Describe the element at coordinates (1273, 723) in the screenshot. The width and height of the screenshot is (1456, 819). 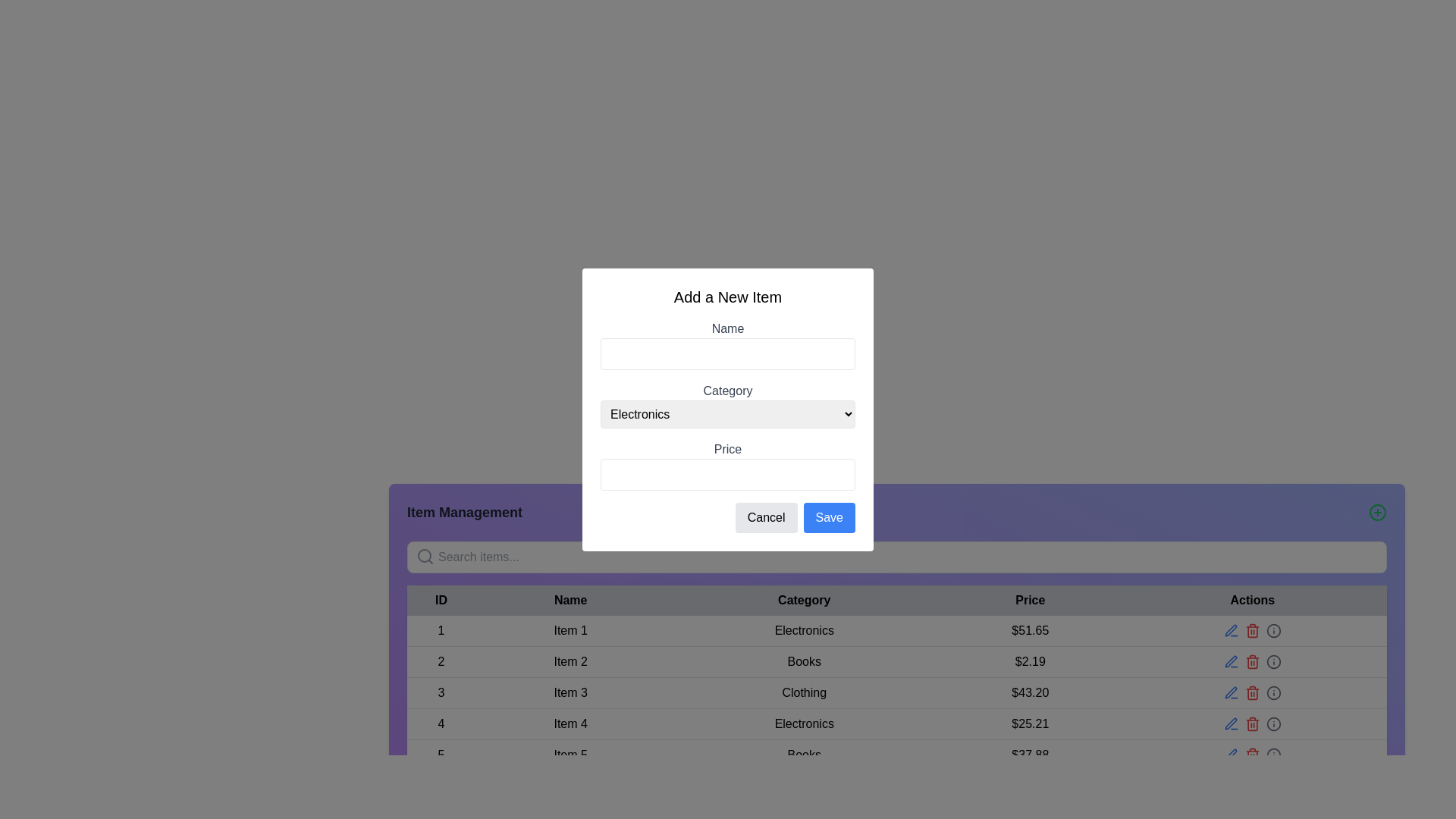
I see `the circular UI indicator located in the 'Actions' column of the table, specifically in the fourth row for the 'Electronics' category` at that location.